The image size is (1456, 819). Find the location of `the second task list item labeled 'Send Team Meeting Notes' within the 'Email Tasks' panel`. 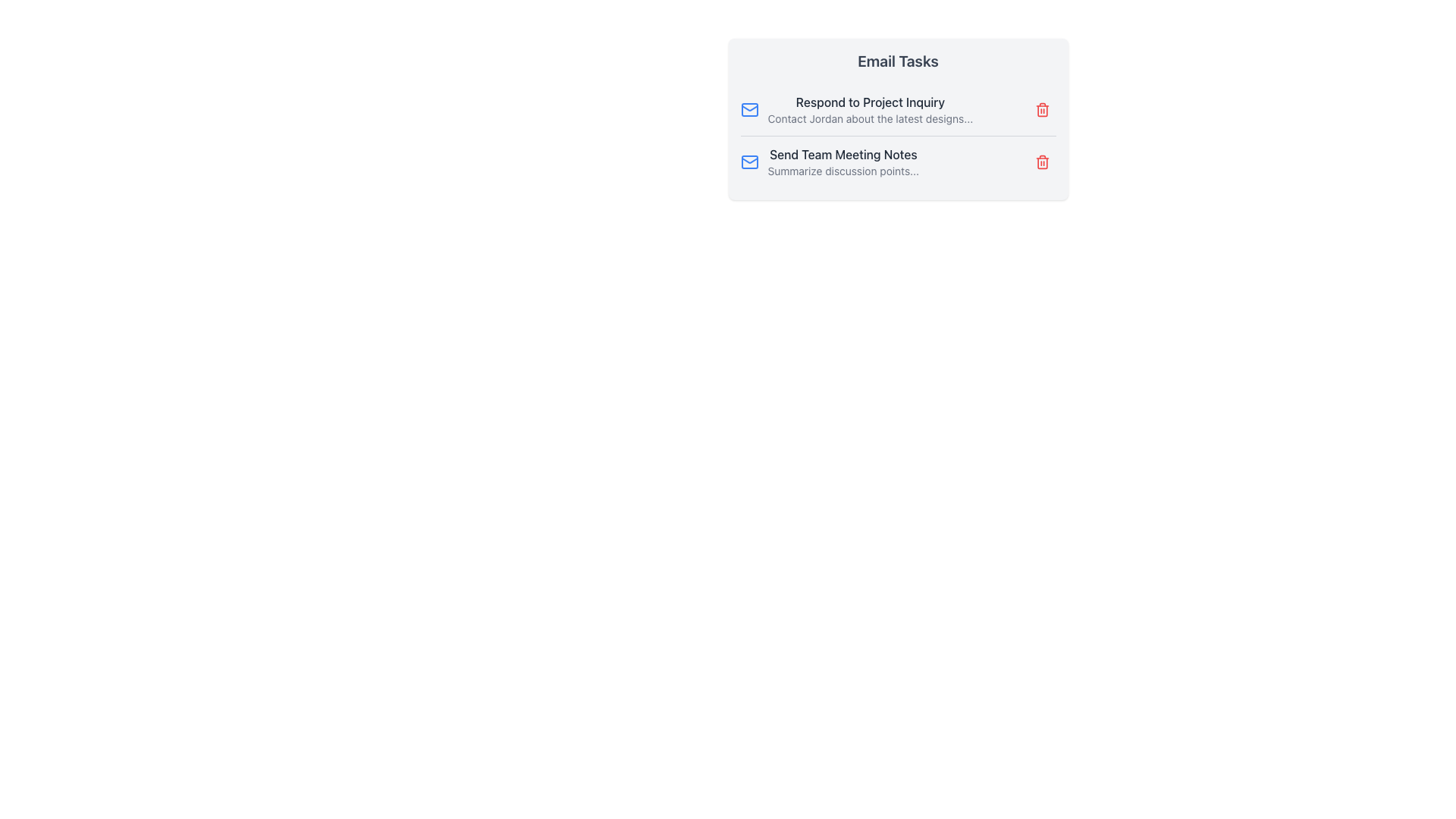

the second task list item labeled 'Send Team Meeting Notes' within the 'Email Tasks' panel is located at coordinates (829, 162).